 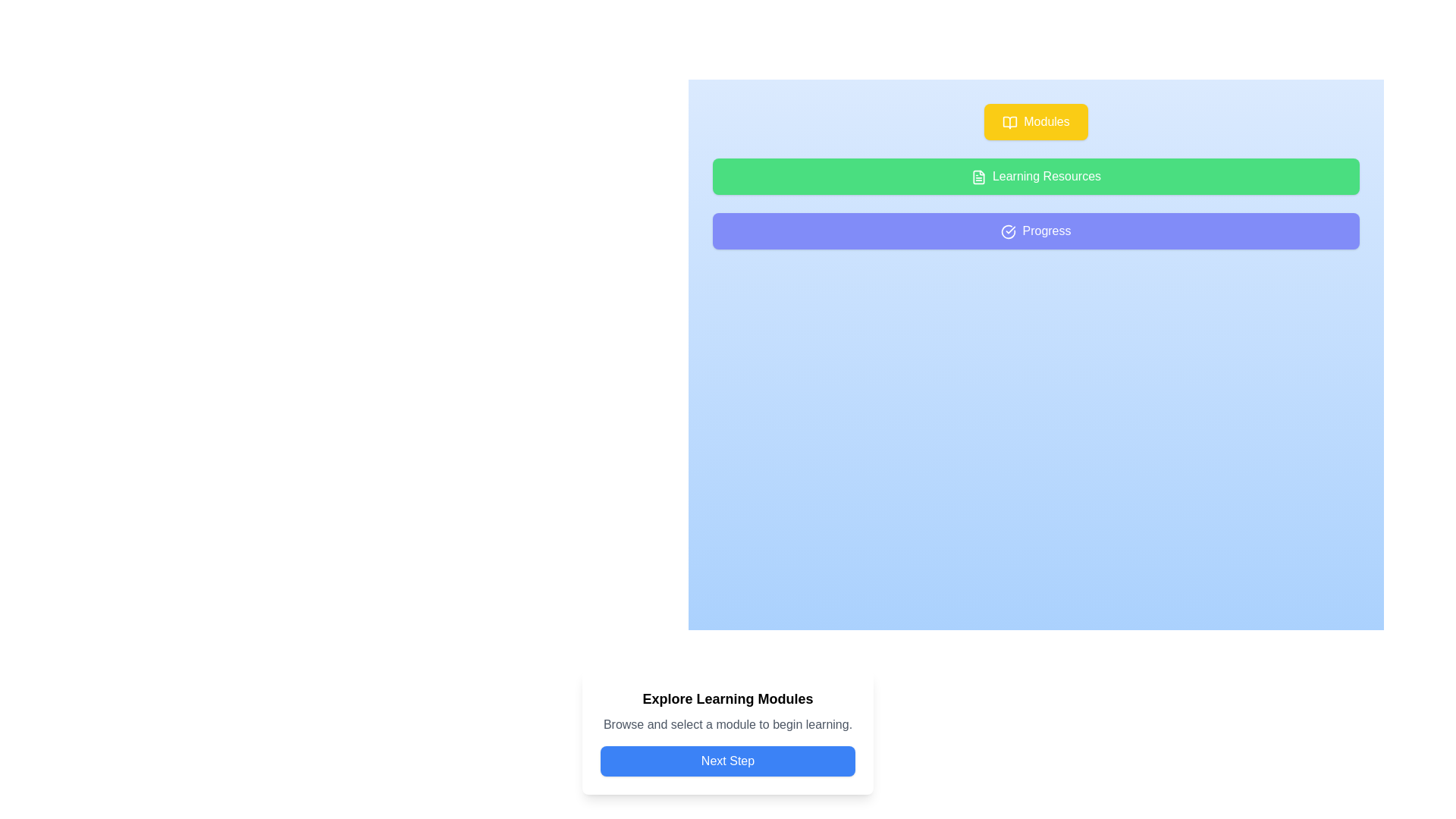 I want to click on the navigational button labeled 'Modules', which is positioned at the top of the list above 'Learning Resources' and 'Progress', so click(x=1035, y=121).